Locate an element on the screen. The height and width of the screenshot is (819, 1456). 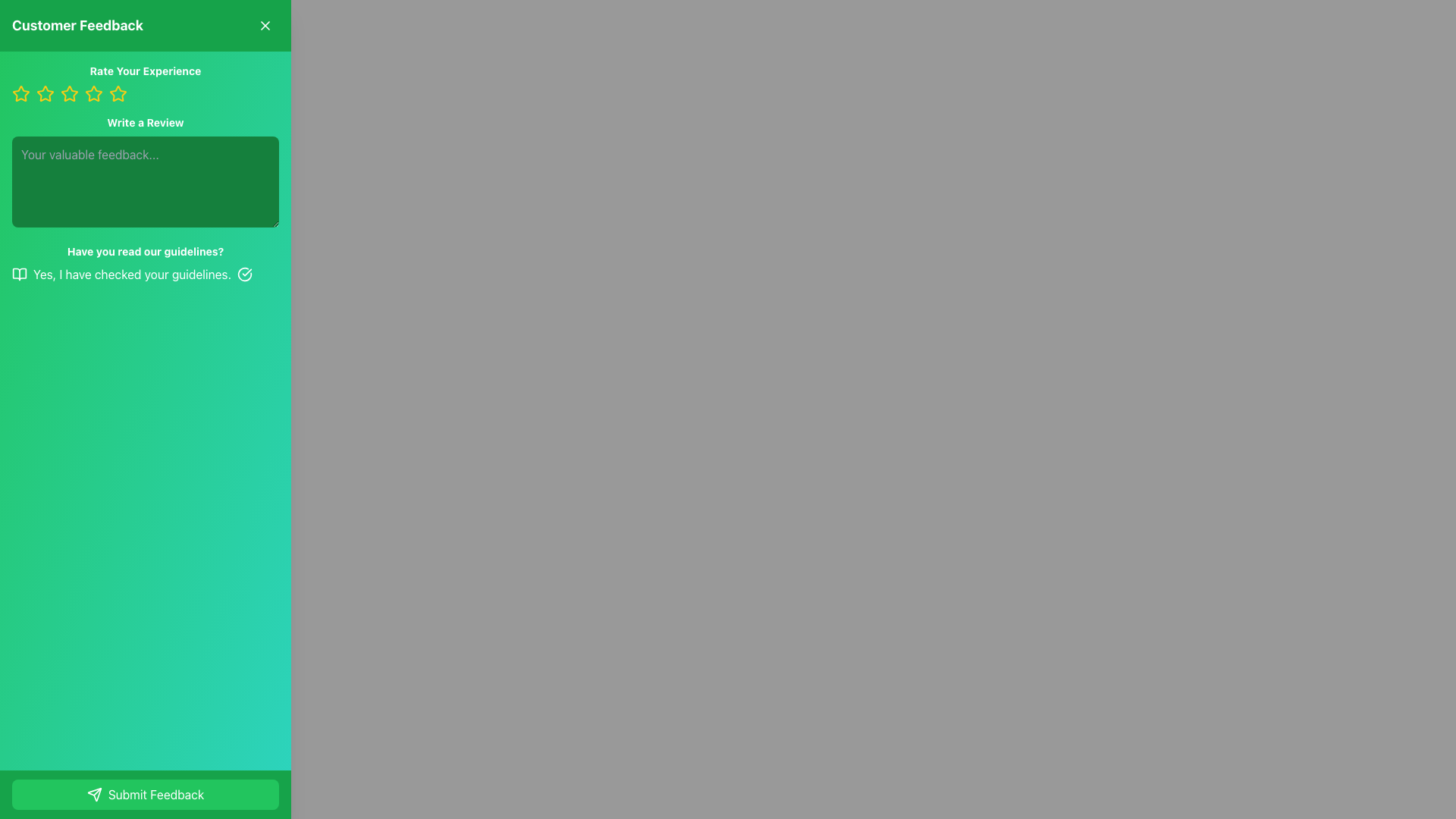
the third star icon under the title 'Rate Your Experience' in the green feedback form to provide a rating is located at coordinates (93, 93).